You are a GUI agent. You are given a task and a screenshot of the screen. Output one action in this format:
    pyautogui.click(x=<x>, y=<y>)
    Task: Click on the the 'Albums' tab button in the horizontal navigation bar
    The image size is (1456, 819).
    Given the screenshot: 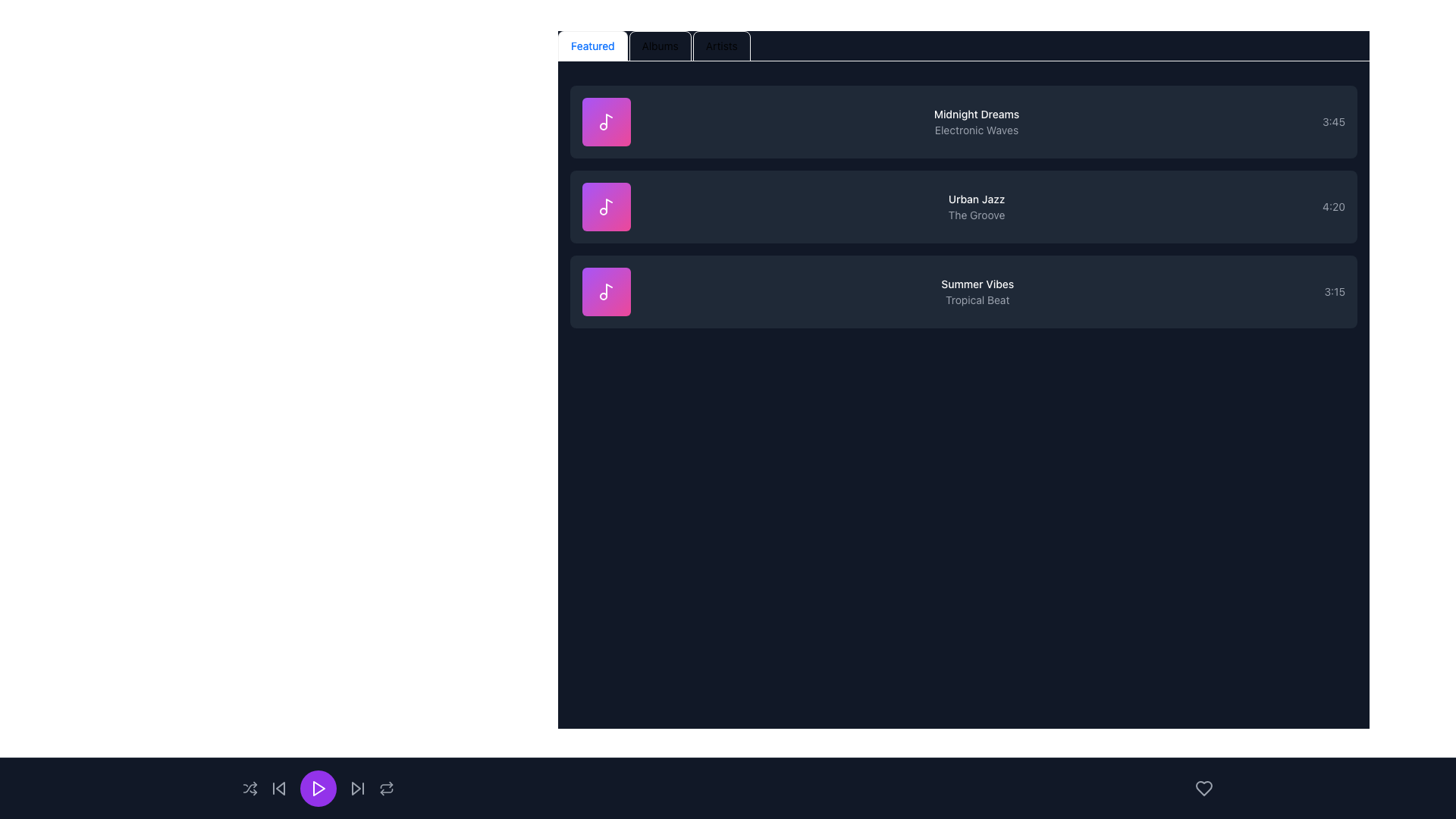 What is the action you would take?
    pyautogui.click(x=654, y=45)
    